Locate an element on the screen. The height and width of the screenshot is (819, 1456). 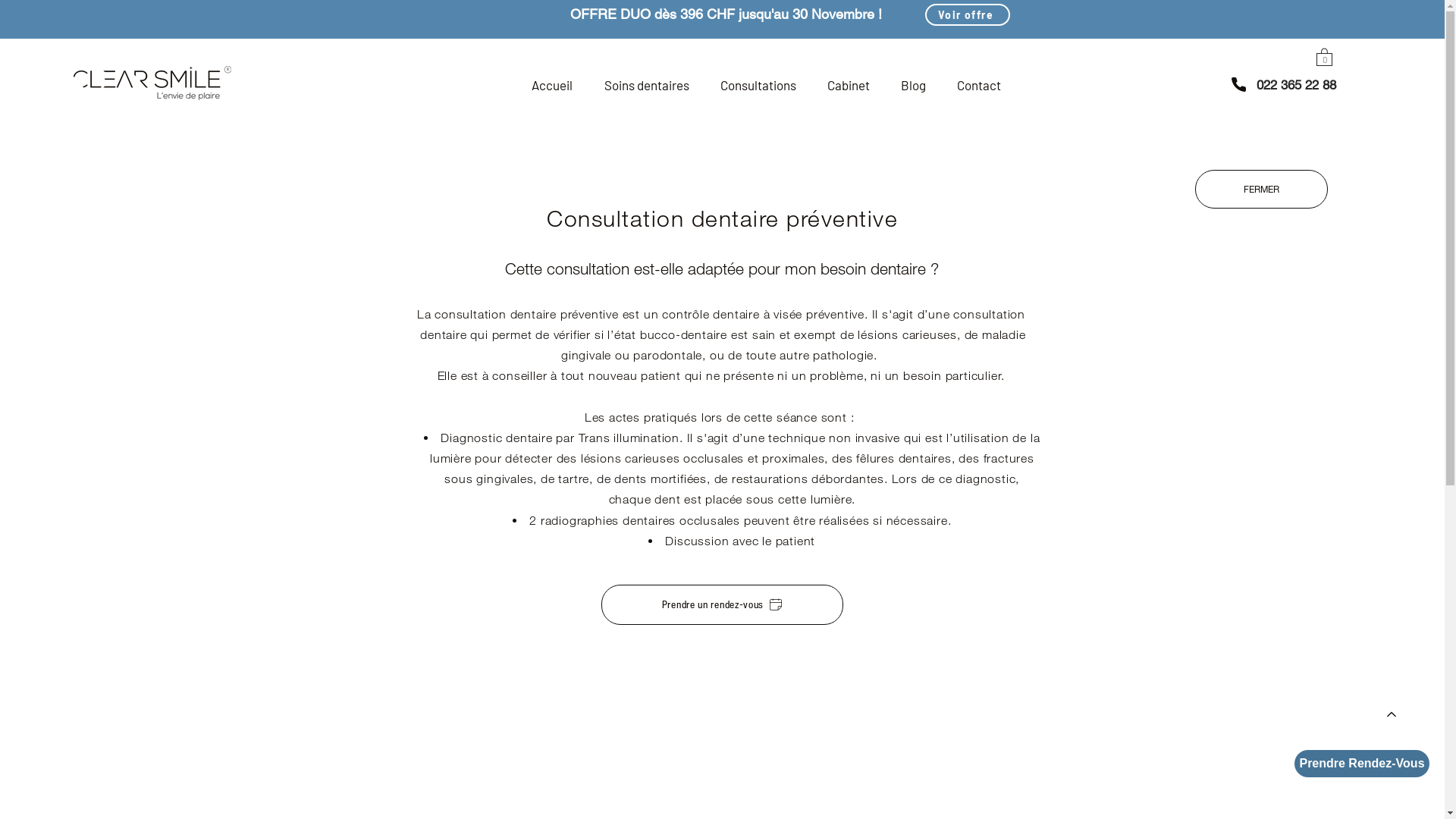
'Accueil' is located at coordinates (551, 84).